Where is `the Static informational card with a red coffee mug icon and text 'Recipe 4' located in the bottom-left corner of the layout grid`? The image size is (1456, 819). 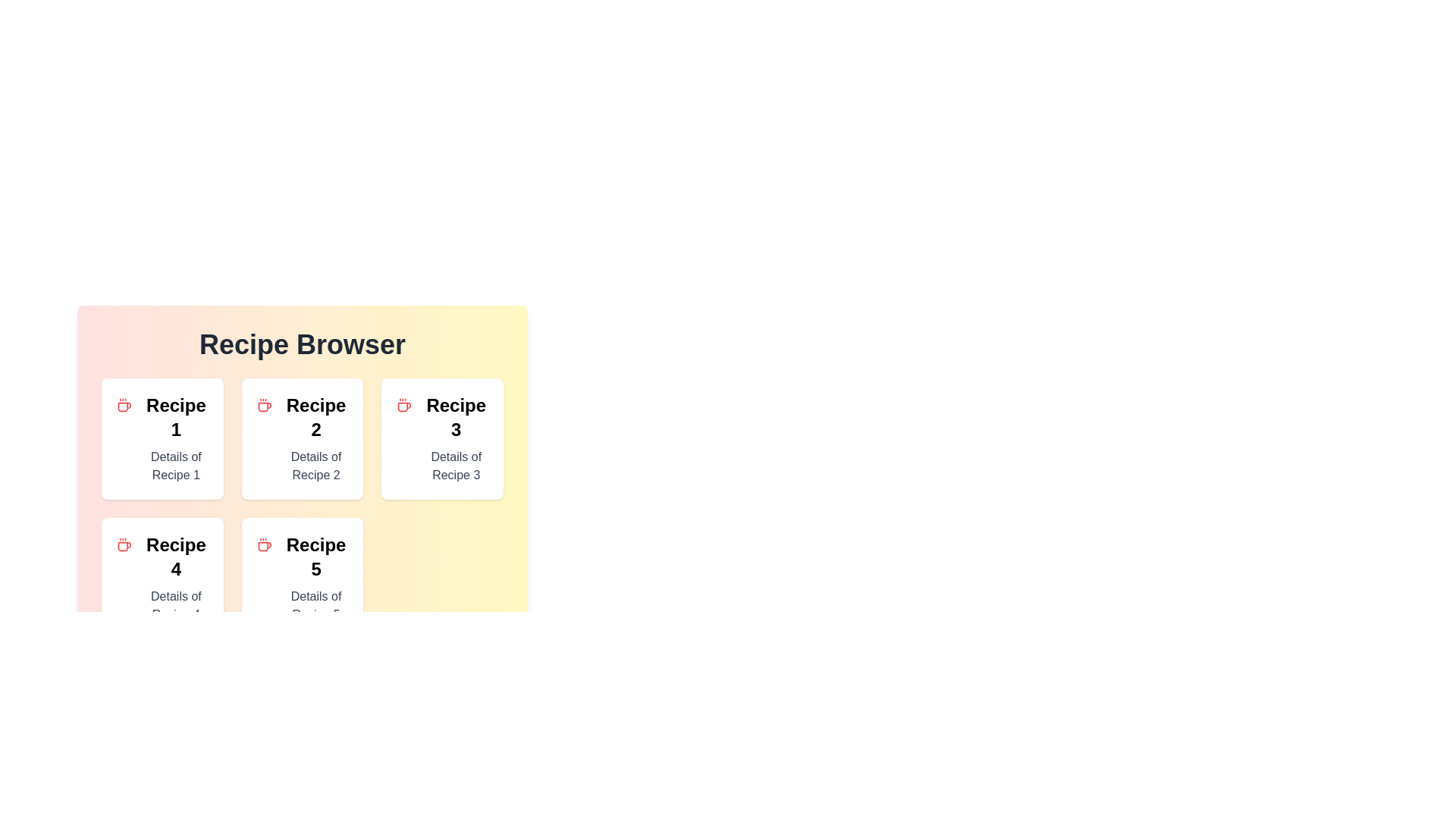
the Static informational card with a red coffee mug icon and text 'Recipe 4' located in the bottom-left corner of the layout grid is located at coordinates (162, 579).